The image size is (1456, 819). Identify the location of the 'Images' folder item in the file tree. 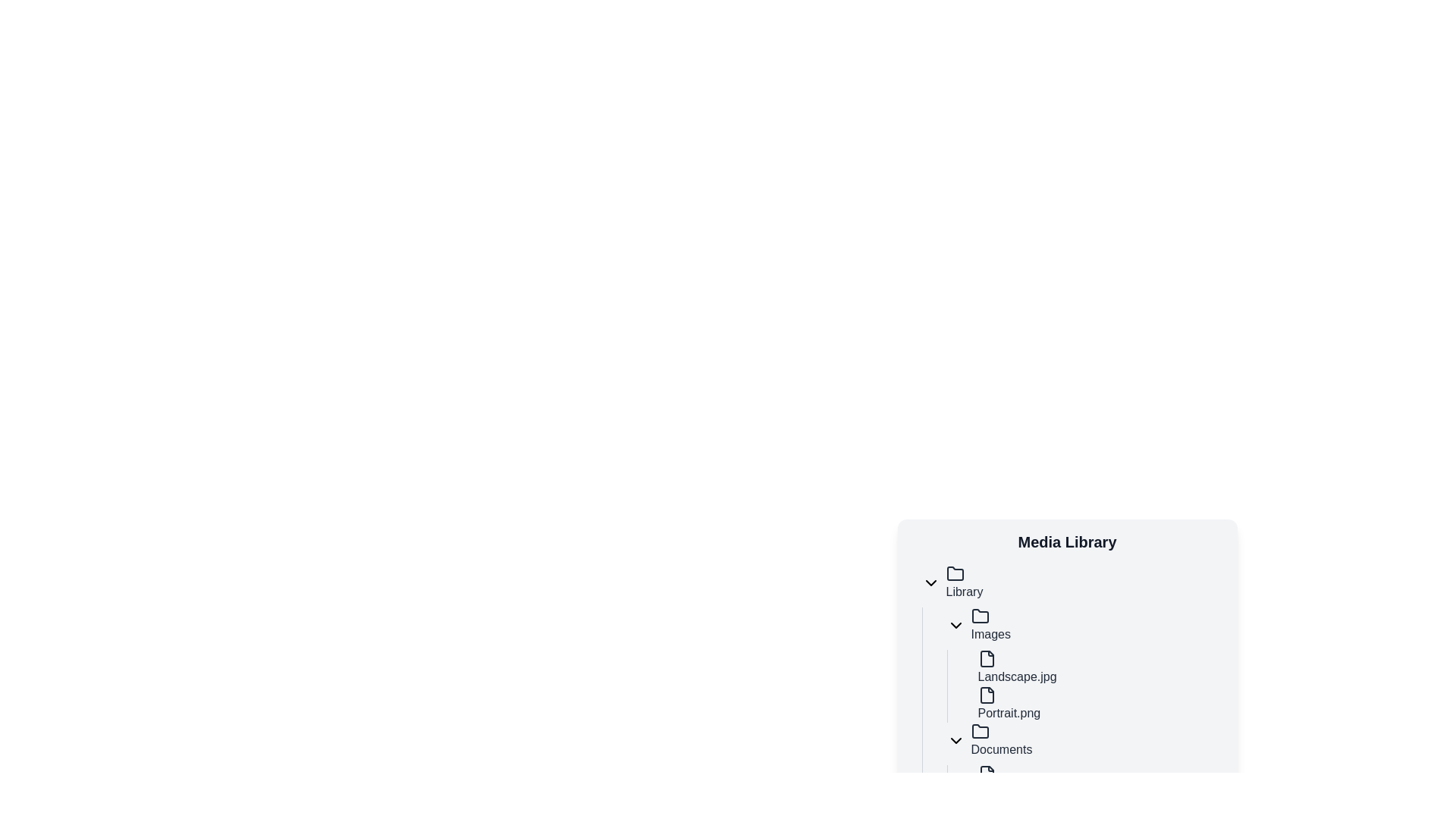
(1084, 626).